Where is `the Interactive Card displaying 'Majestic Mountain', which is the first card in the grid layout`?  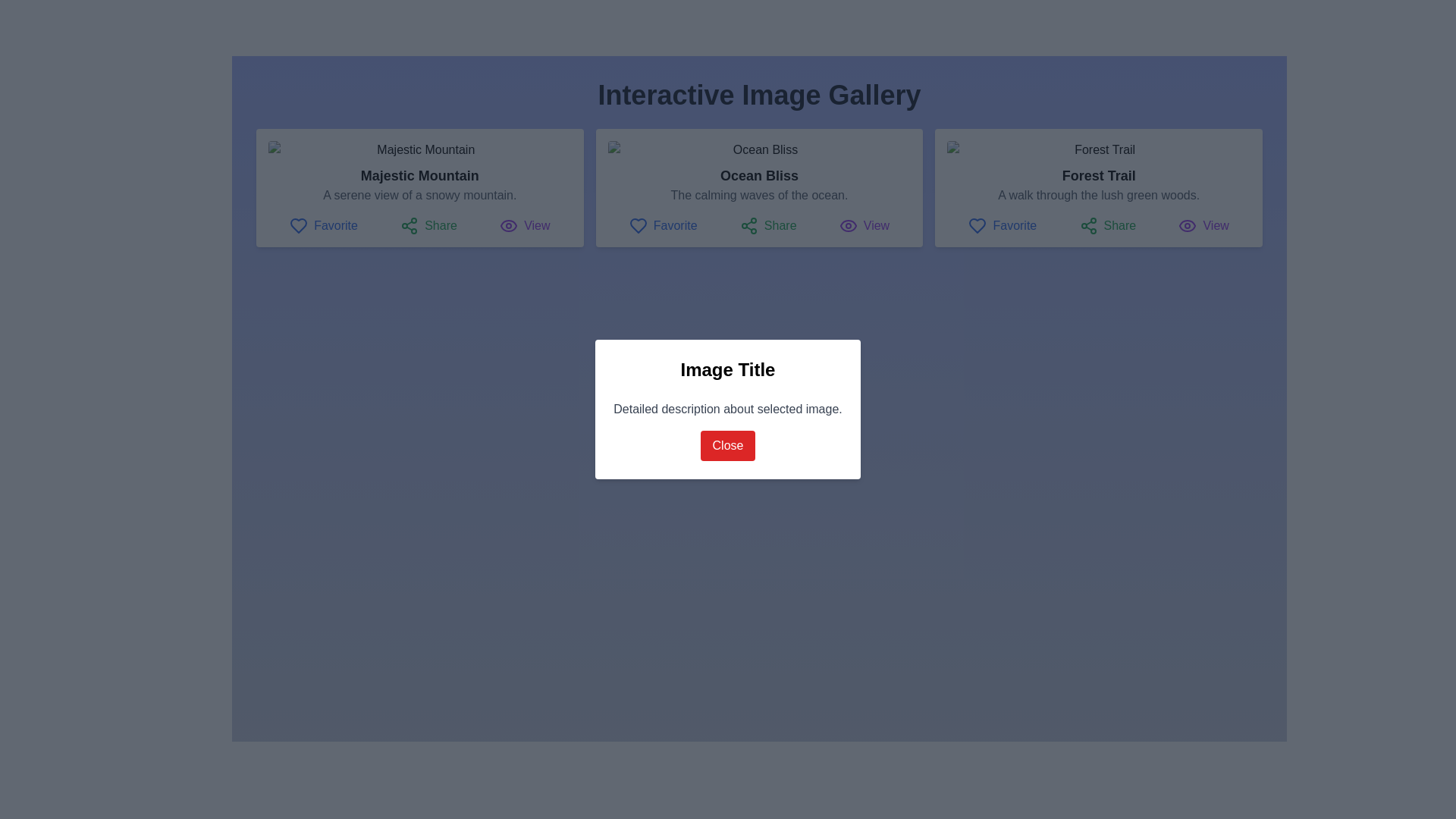
the Interactive Card displaying 'Majestic Mountain', which is the first card in the grid layout is located at coordinates (419, 187).